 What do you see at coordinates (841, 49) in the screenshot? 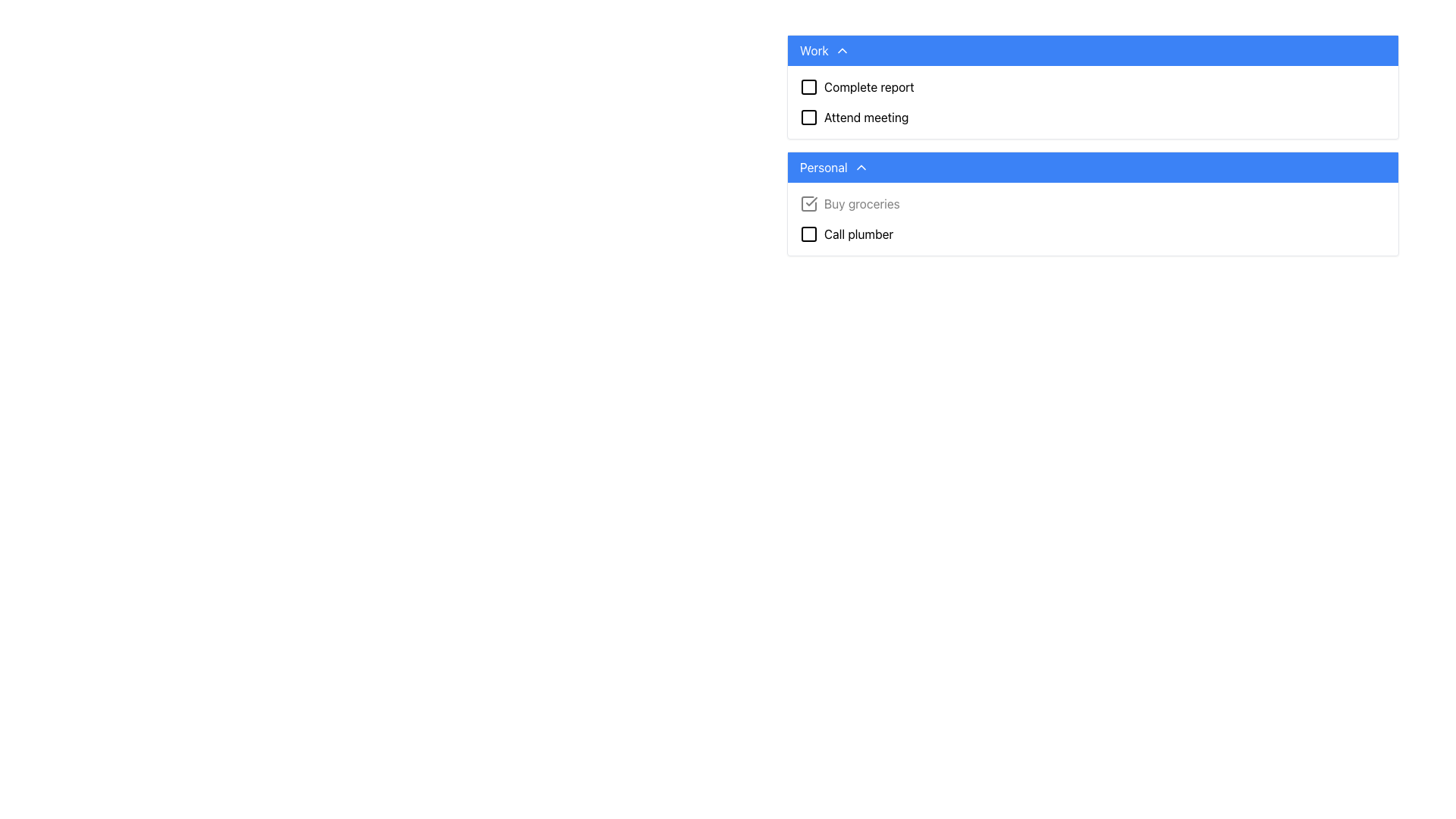
I see `the Chevron icon located within the blue horizontal bar labeled 'Work'` at bounding box center [841, 49].